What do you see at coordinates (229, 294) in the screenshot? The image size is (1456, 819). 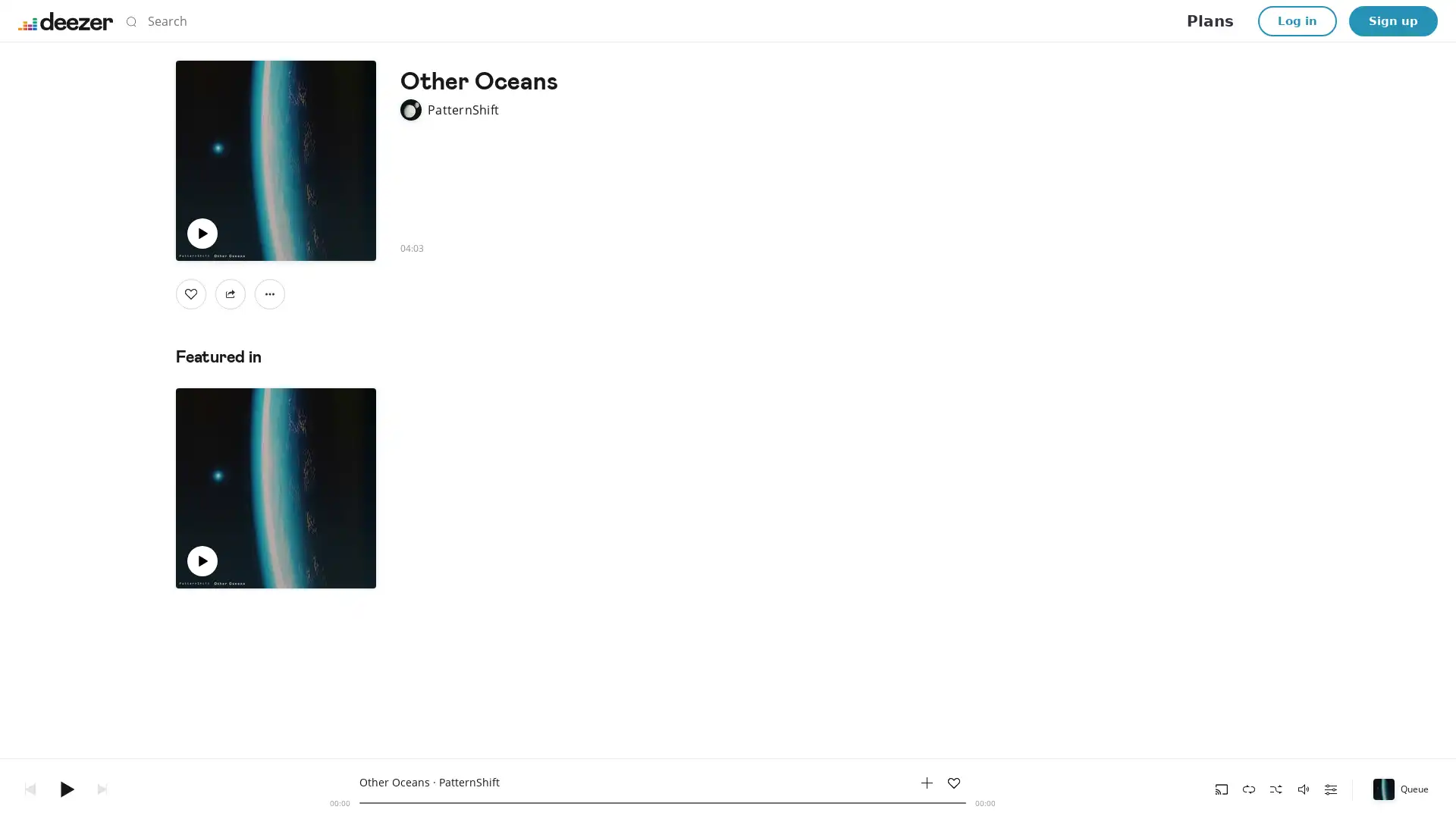 I see `Share` at bounding box center [229, 294].